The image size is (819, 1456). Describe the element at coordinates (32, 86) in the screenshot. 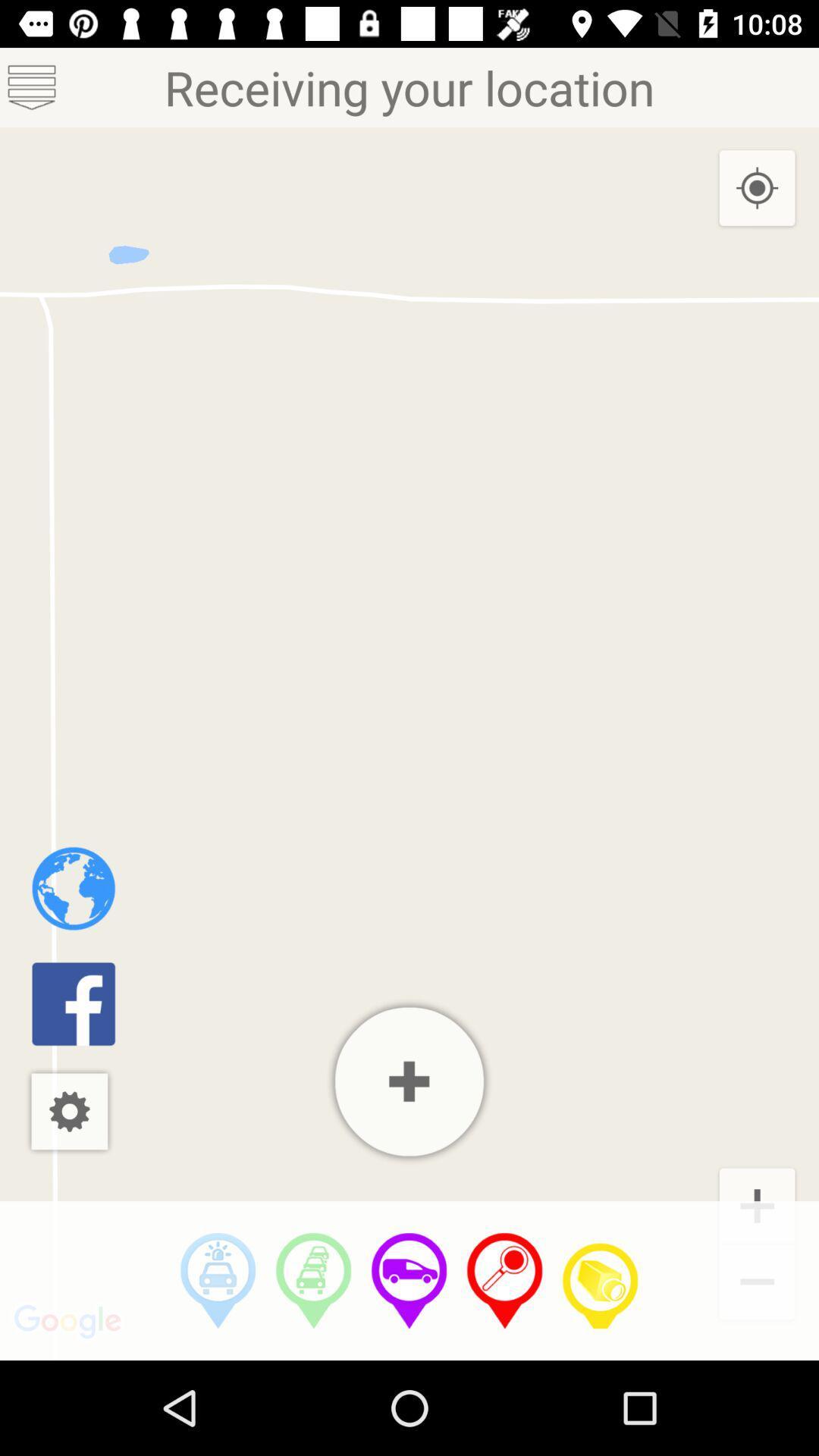

I see `menu` at that location.